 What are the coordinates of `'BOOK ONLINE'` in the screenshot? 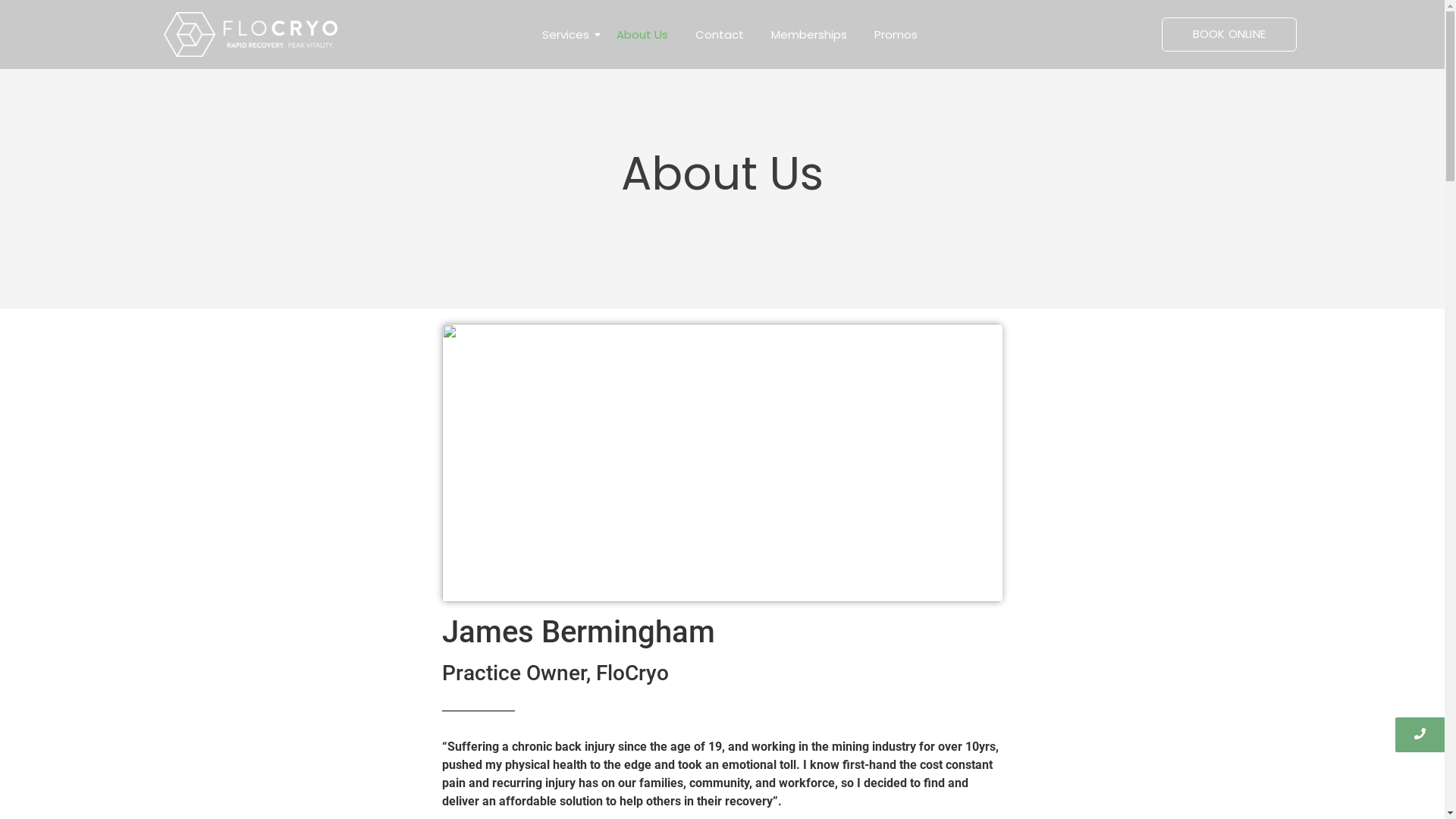 It's located at (1229, 34).